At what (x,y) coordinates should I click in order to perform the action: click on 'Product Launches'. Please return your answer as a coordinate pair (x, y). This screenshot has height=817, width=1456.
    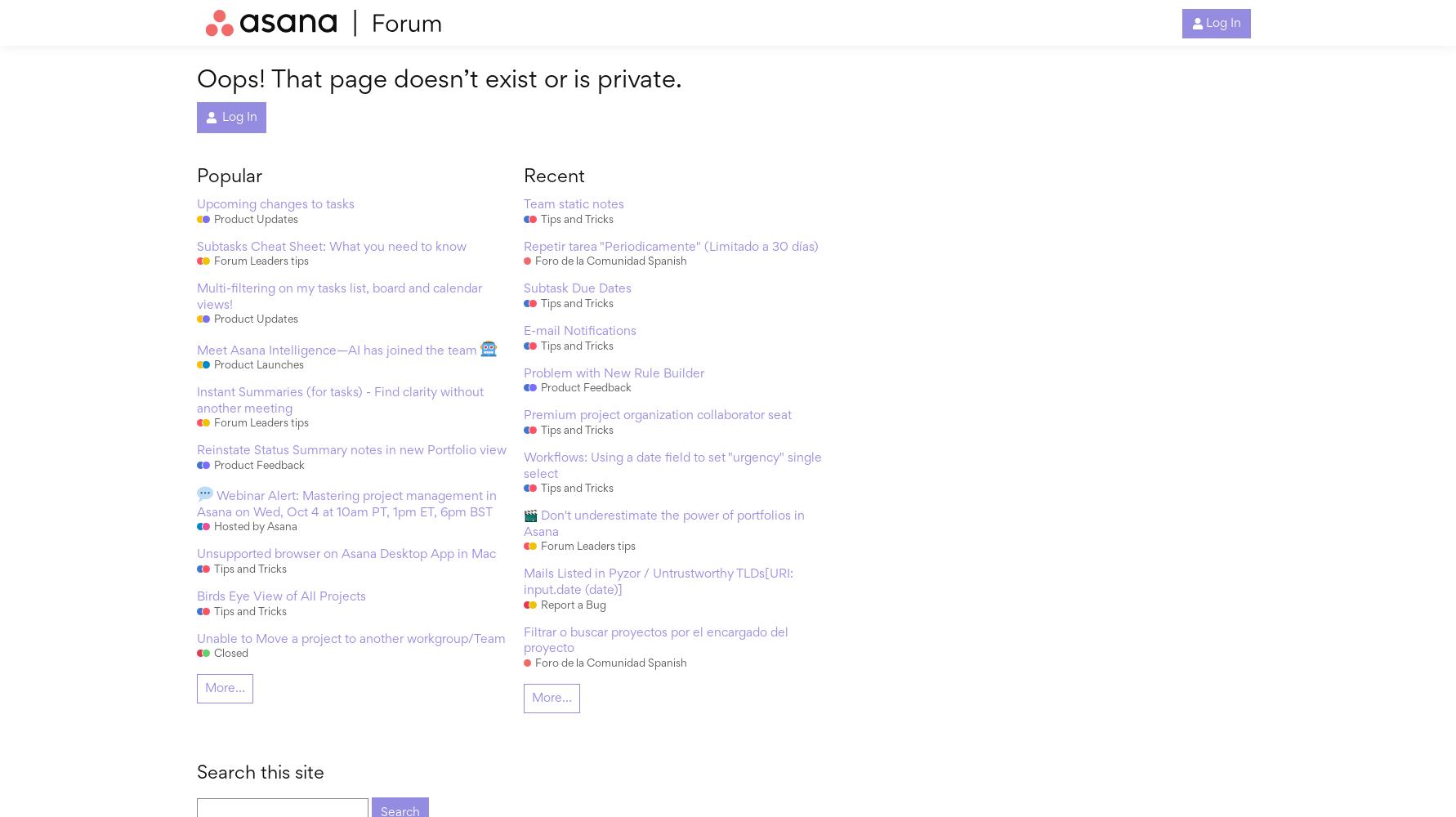
    Looking at the image, I should click on (213, 365).